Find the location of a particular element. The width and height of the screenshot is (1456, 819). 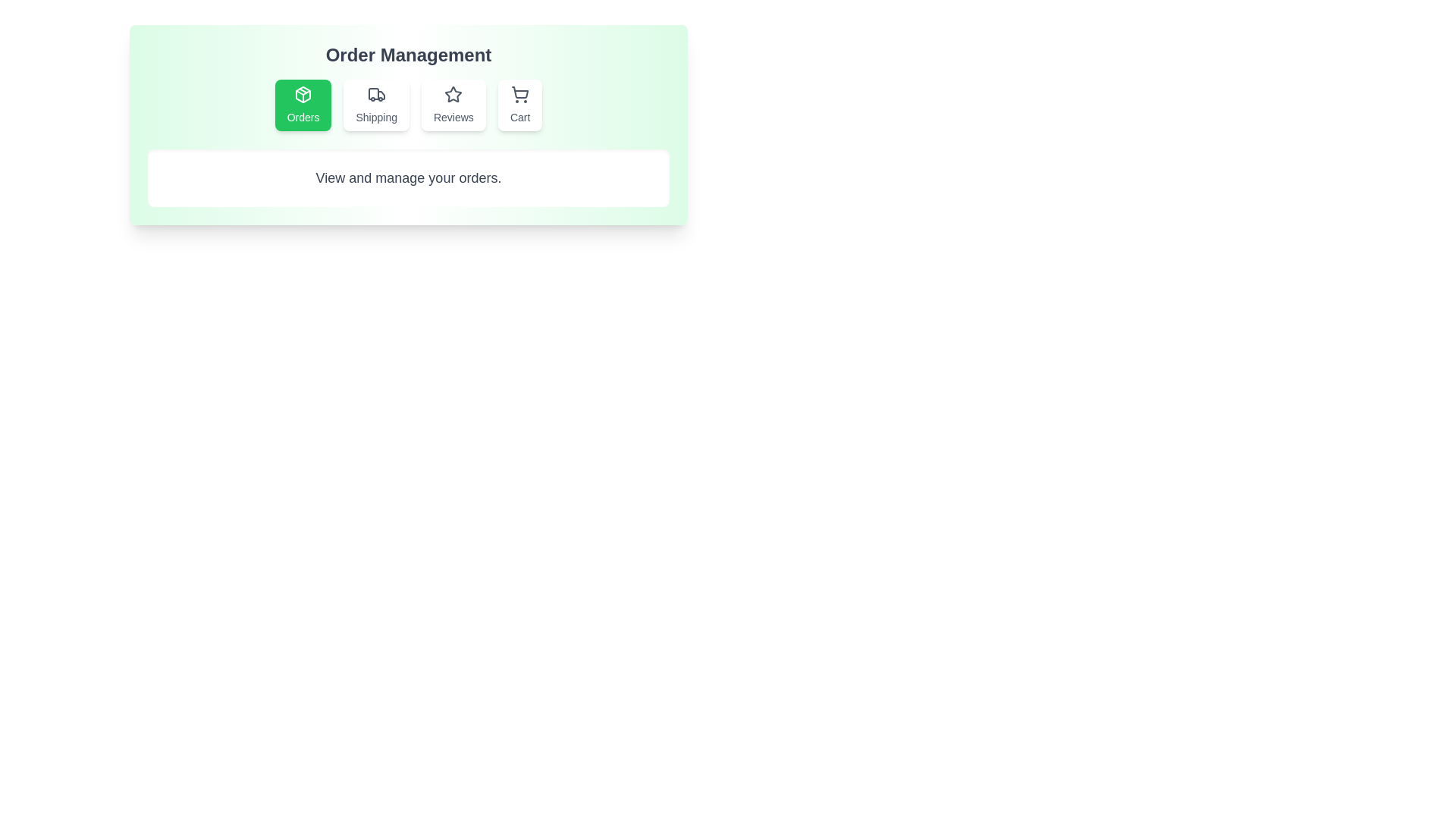

the 'Shipping' icon, which is the second button from the left in the 'Order Management' section is located at coordinates (376, 94).